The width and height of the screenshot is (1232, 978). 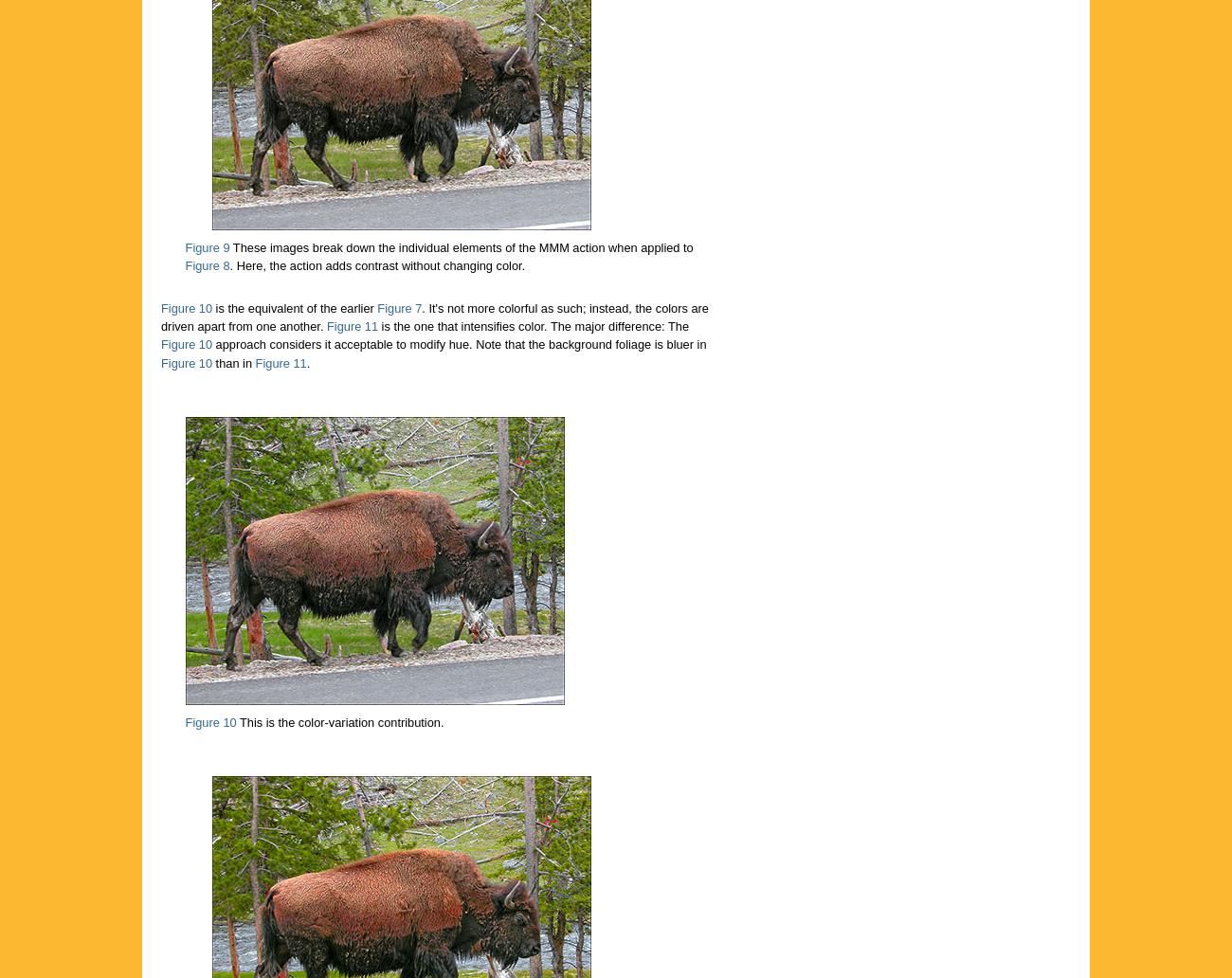 What do you see at coordinates (377, 265) in the screenshot?
I see `'. Here, the action adds contrast without changing color.'` at bounding box center [377, 265].